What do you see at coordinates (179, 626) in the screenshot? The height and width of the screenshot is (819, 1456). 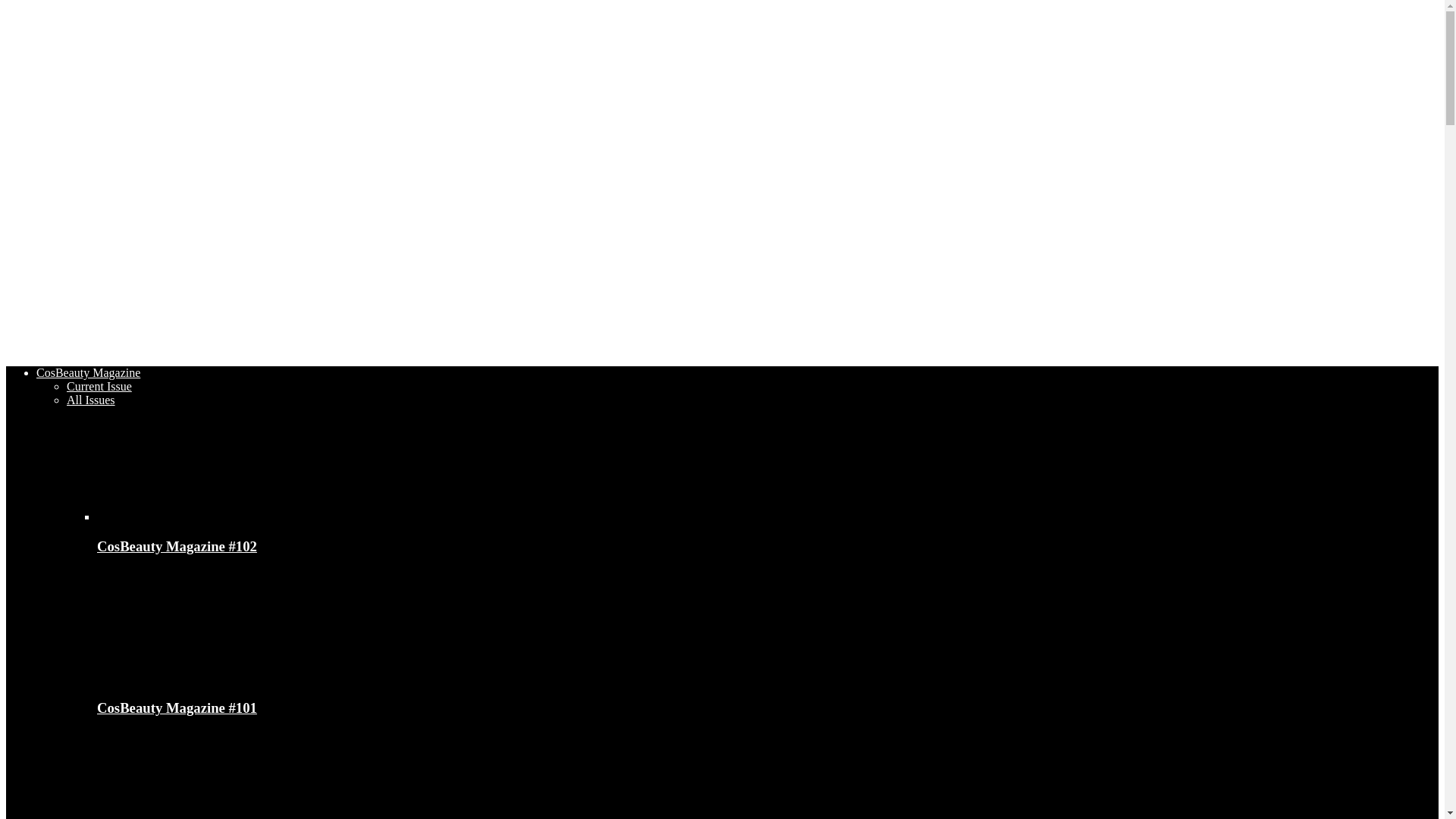 I see `'CosBeauty Magazine #101'` at bounding box center [179, 626].